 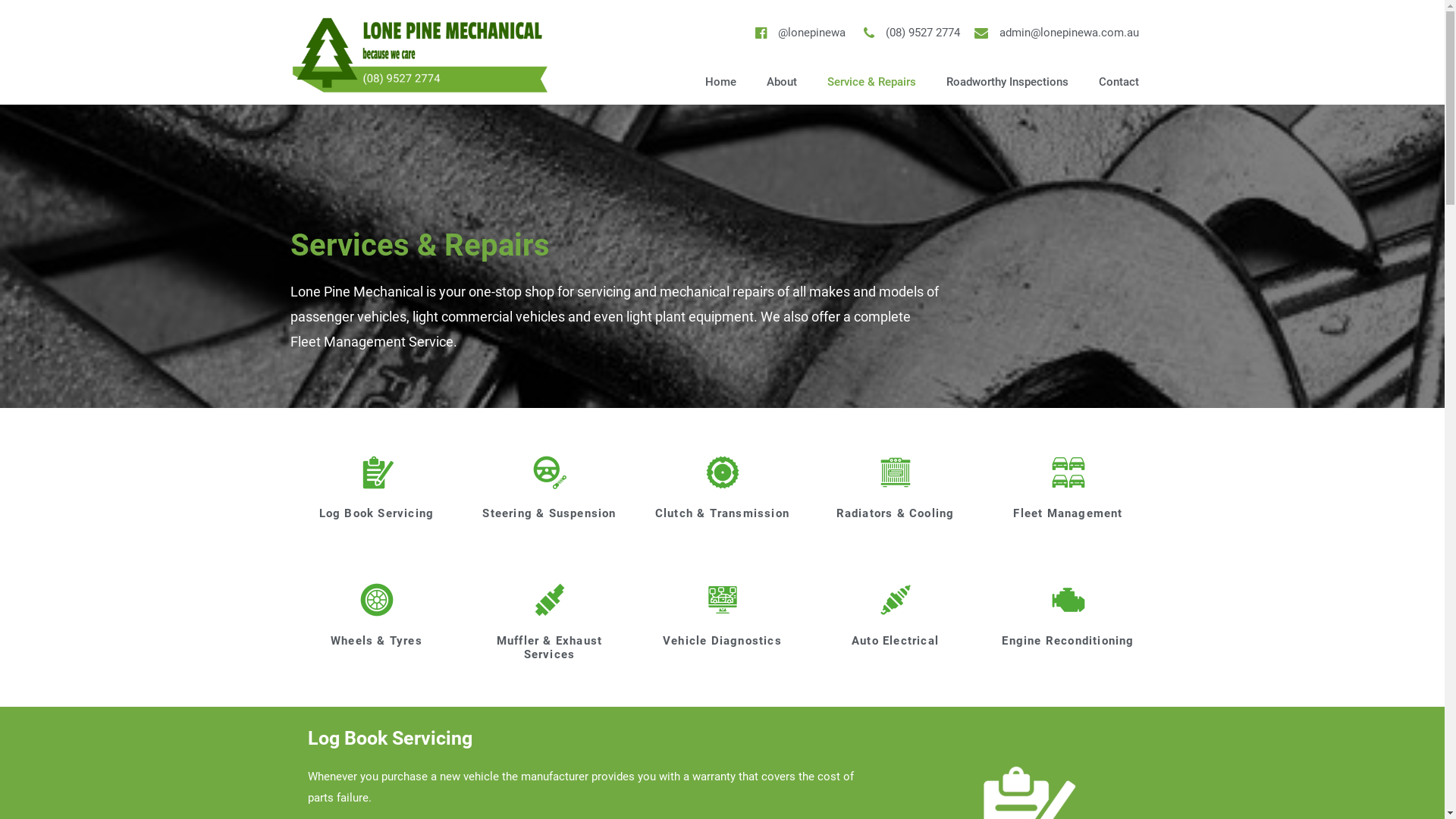 What do you see at coordinates (1066, 640) in the screenshot?
I see `'Engine Reconditioning'` at bounding box center [1066, 640].